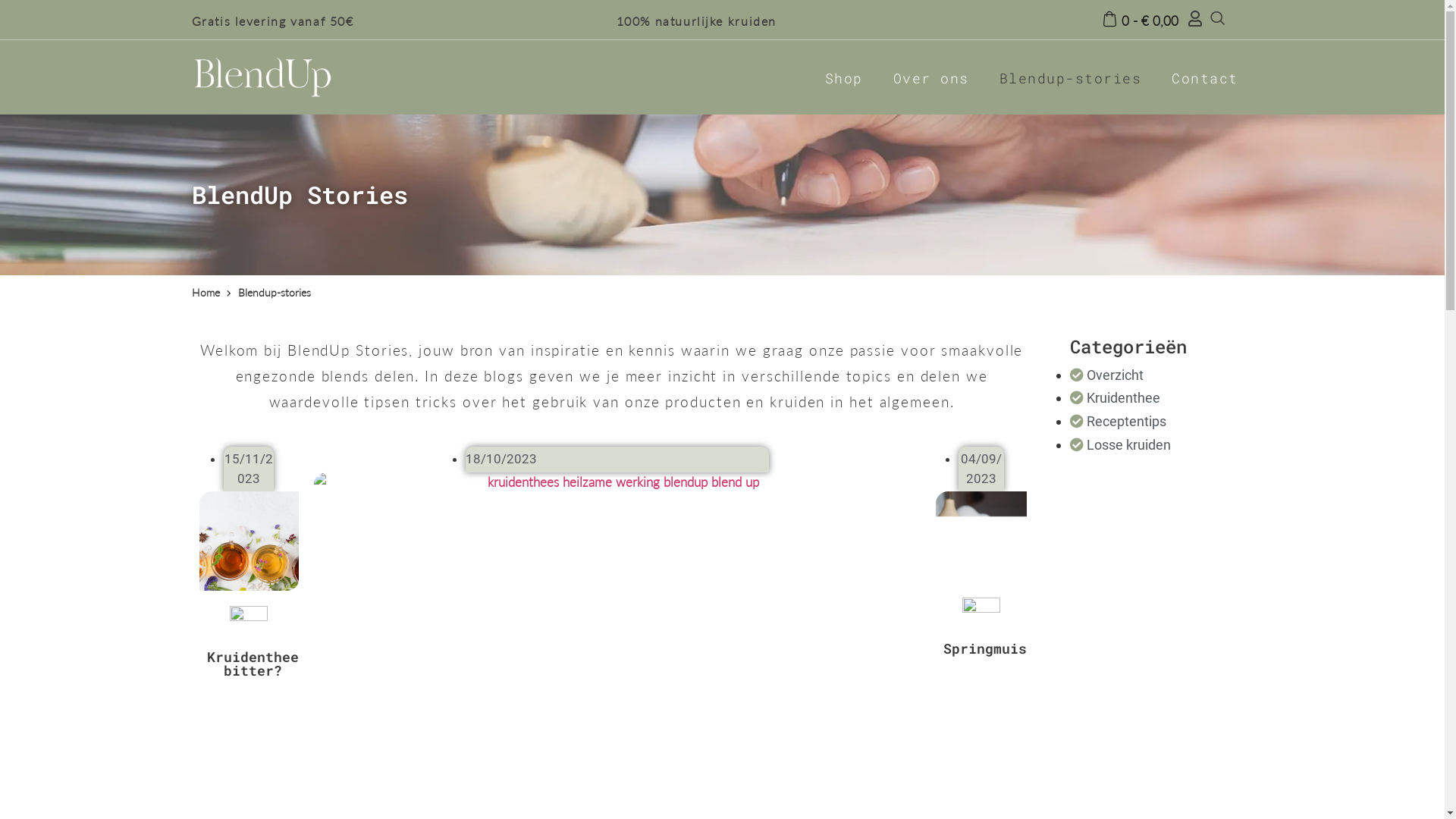 Image resolution: width=1456 pixels, height=819 pixels. Describe the element at coordinates (501, 458) in the screenshot. I see `'18/10/2023'` at that location.